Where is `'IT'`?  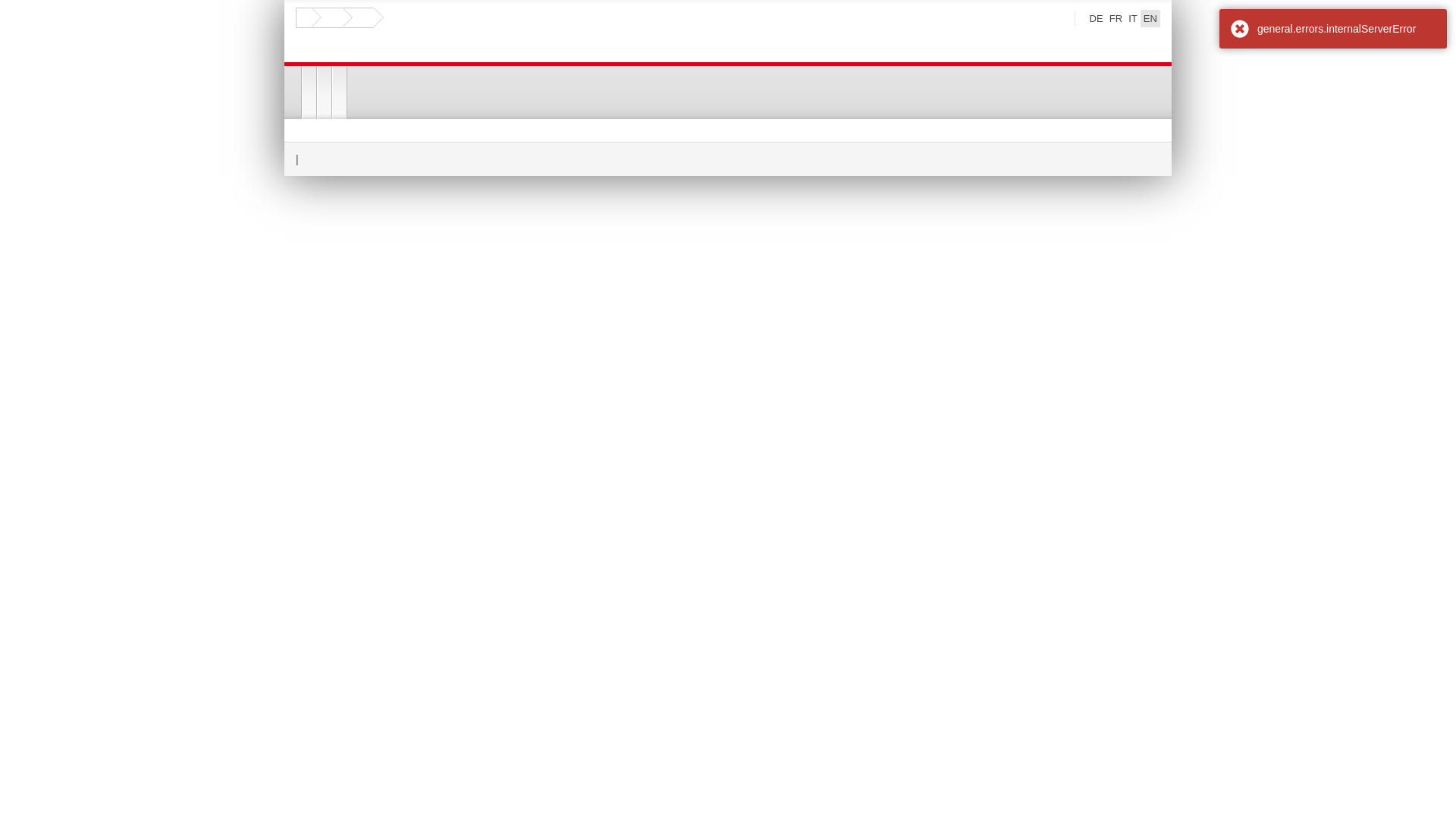
'IT' is located at coordinates (1132, 18).